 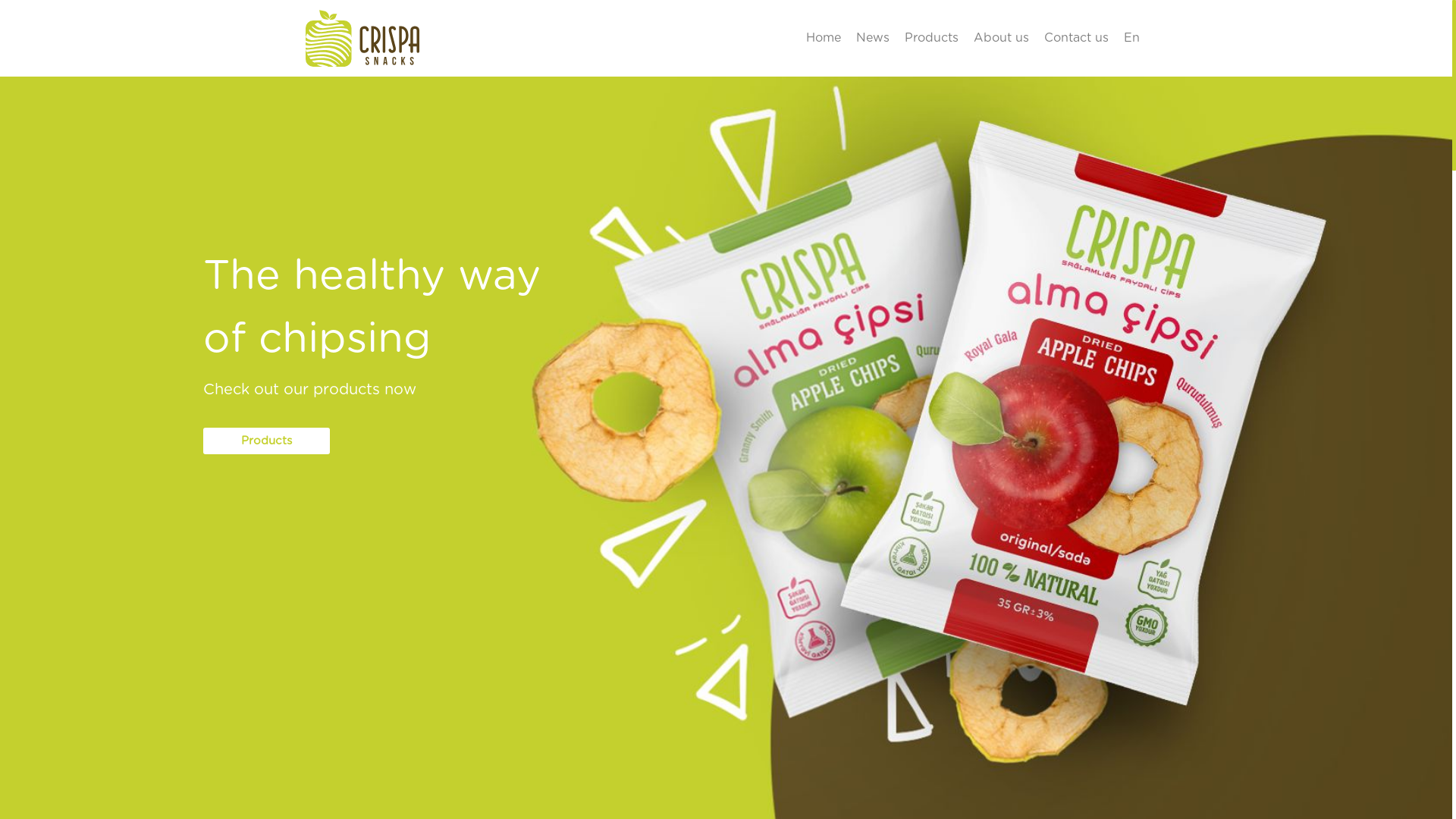 I want to click on 'En', so click(x=1116, y=37).